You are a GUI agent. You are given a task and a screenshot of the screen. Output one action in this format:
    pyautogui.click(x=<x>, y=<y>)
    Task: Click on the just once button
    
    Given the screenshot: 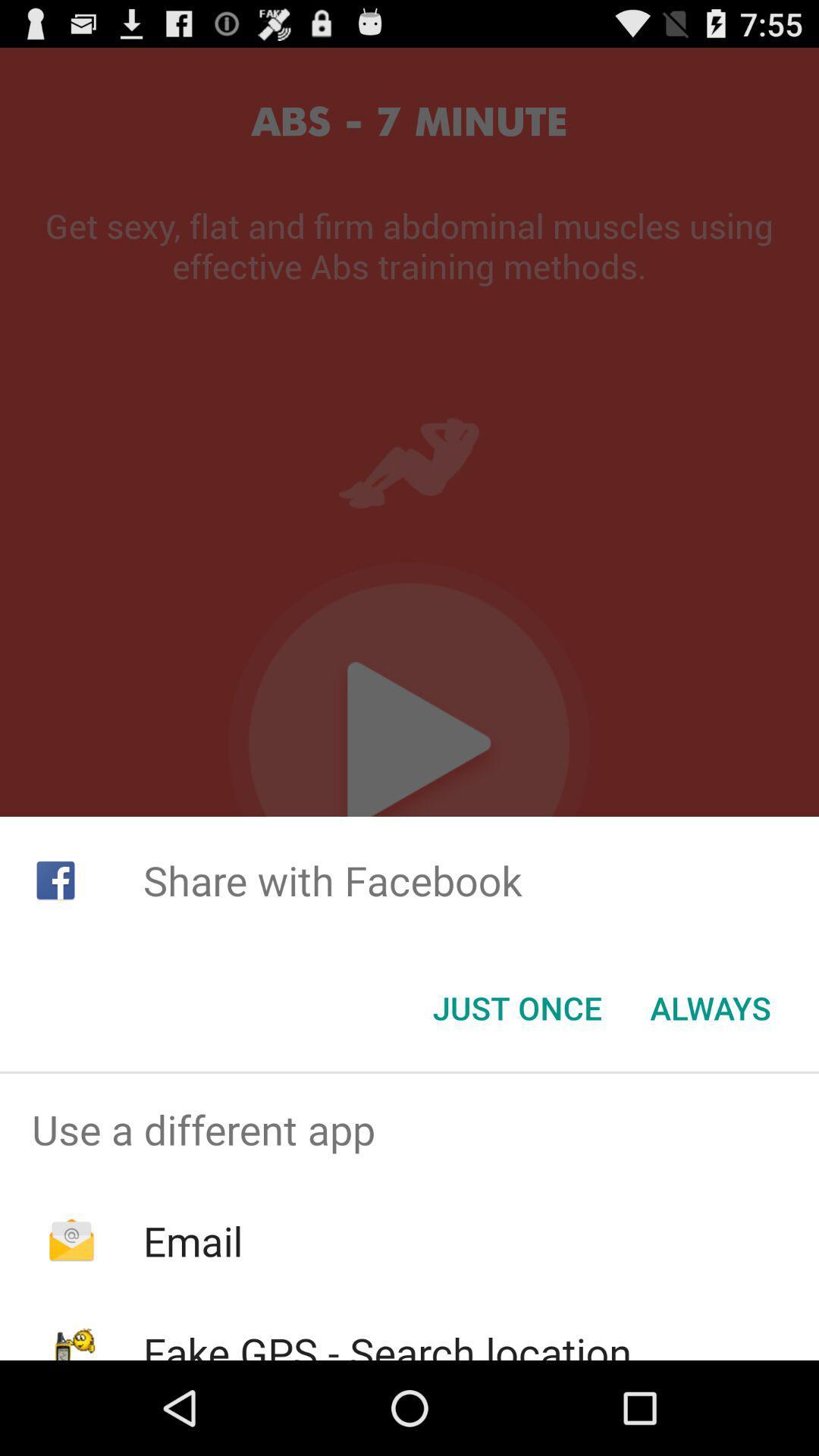 What is the action you would take?
    pyautogui.click(x=516, y=1008)
    